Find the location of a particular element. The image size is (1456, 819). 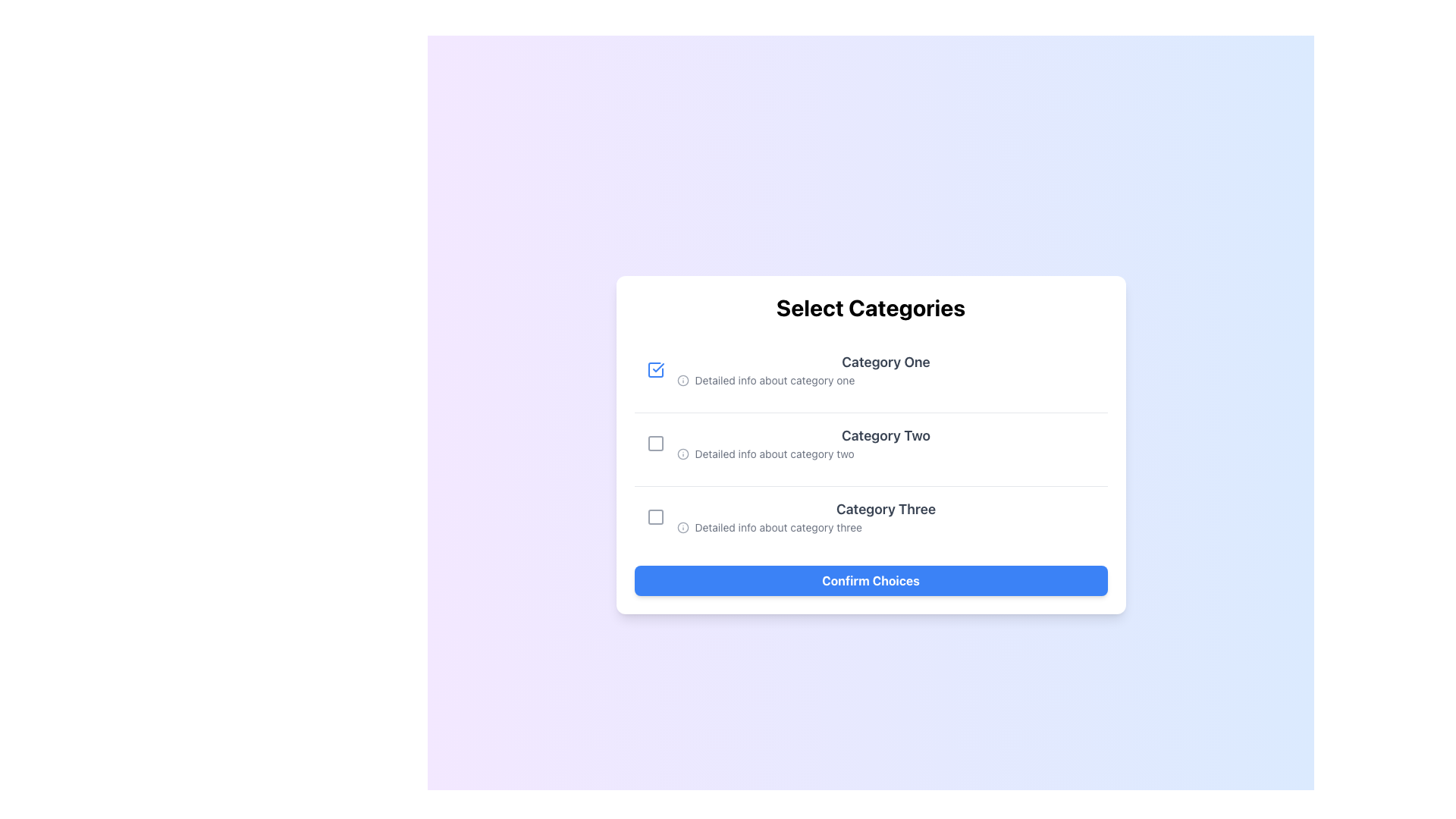

informational text 'Category One' and its description 'Detailed info about category one' located in the dialog box labeled 'Select Categories', positioned to the right of the category selection checkbox is located at coordinates (886, 370).